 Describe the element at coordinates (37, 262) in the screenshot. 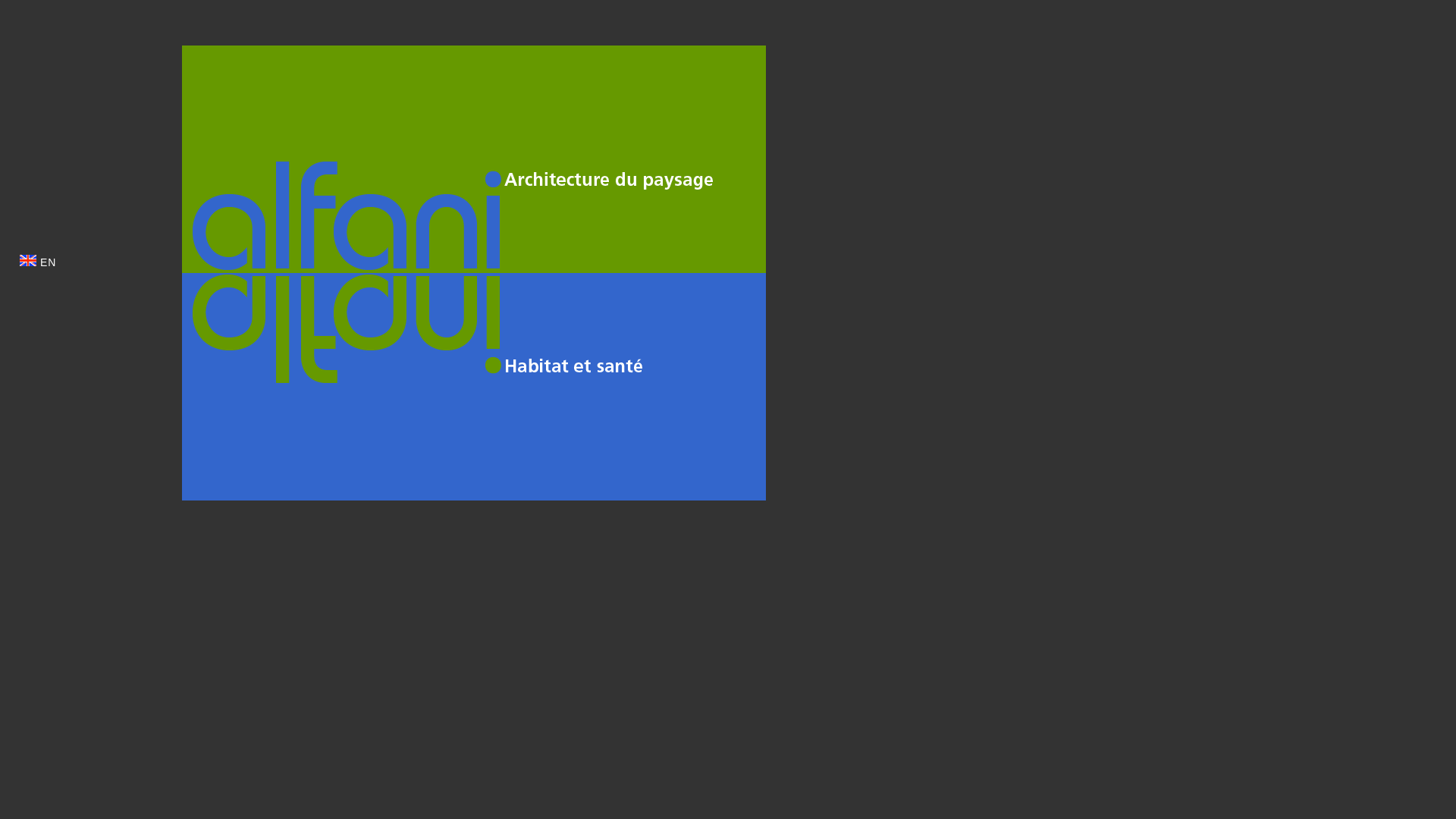

I see `'EN'` at that location.